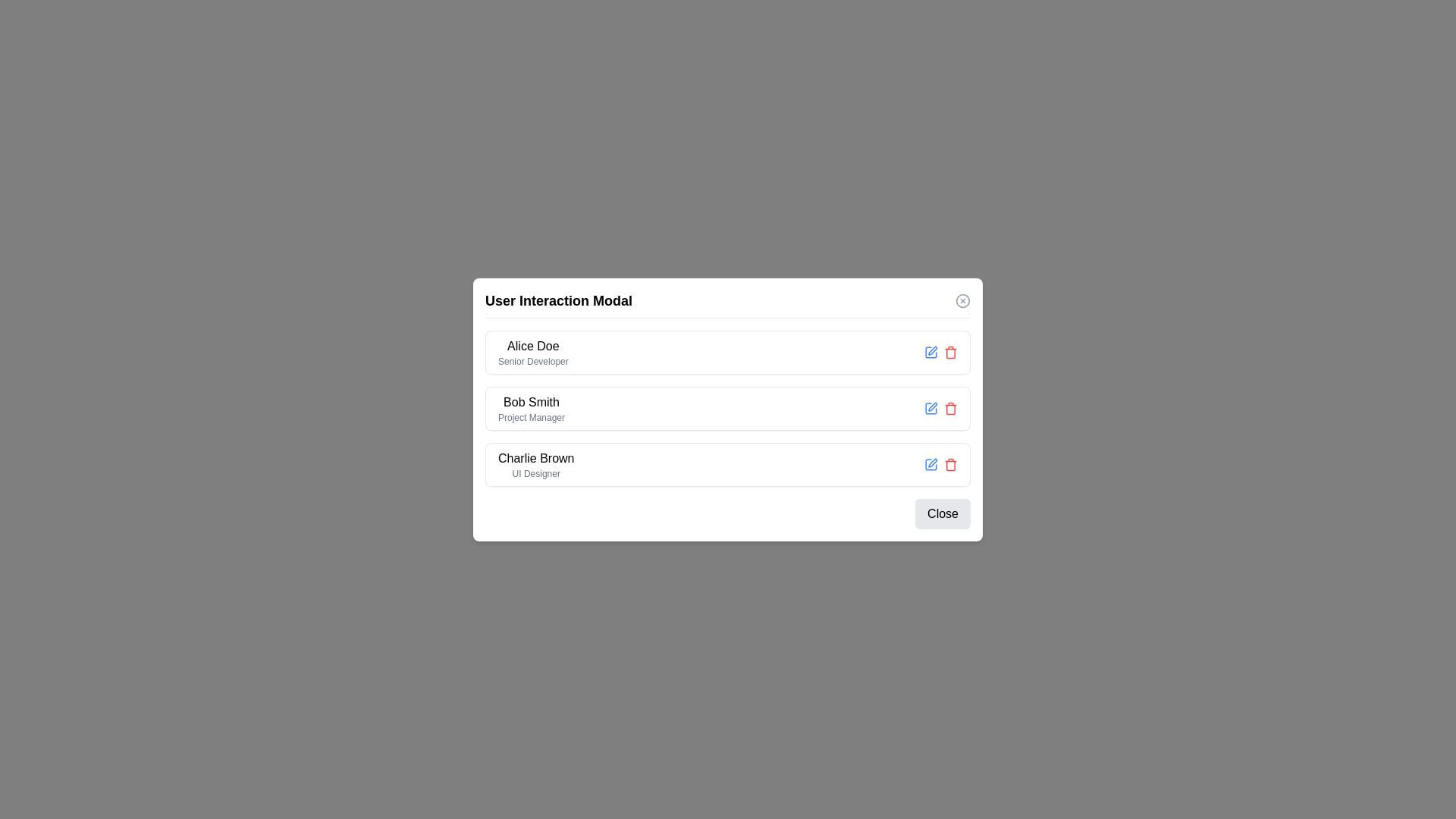 Image resolution: width=1456 pixels, height=819 pixels. What do you see at coordinates (949, 464) in the screenshot?
I see `the second part of the trash can icon, which is associated with the delete action for the user entry 'Charlie Brown - UI Designer.'` at bounding box center [949, 464].